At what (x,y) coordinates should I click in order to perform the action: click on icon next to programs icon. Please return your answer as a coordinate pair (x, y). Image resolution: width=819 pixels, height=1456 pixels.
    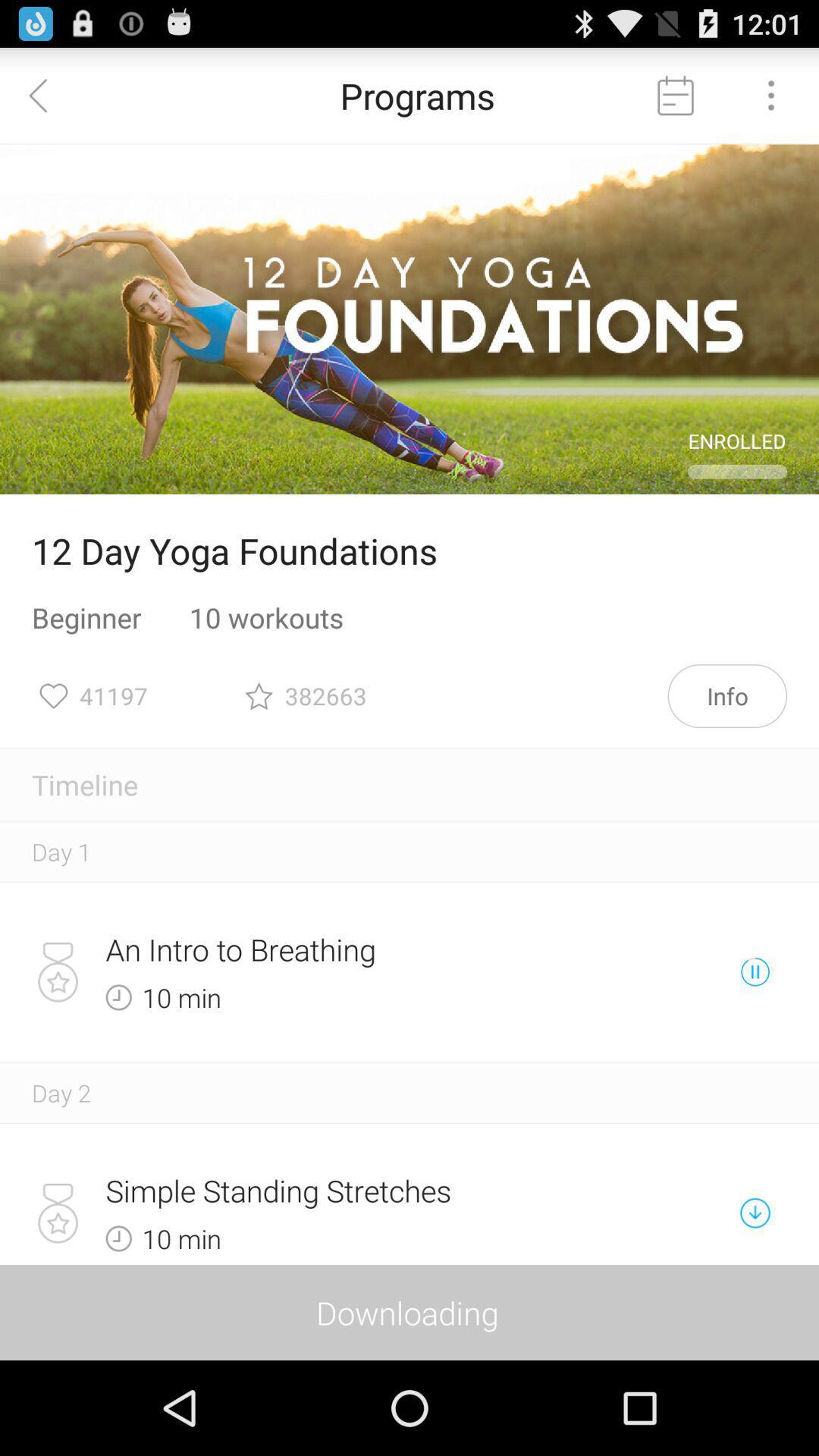
    Looking at the image, I should click on (46, 94).